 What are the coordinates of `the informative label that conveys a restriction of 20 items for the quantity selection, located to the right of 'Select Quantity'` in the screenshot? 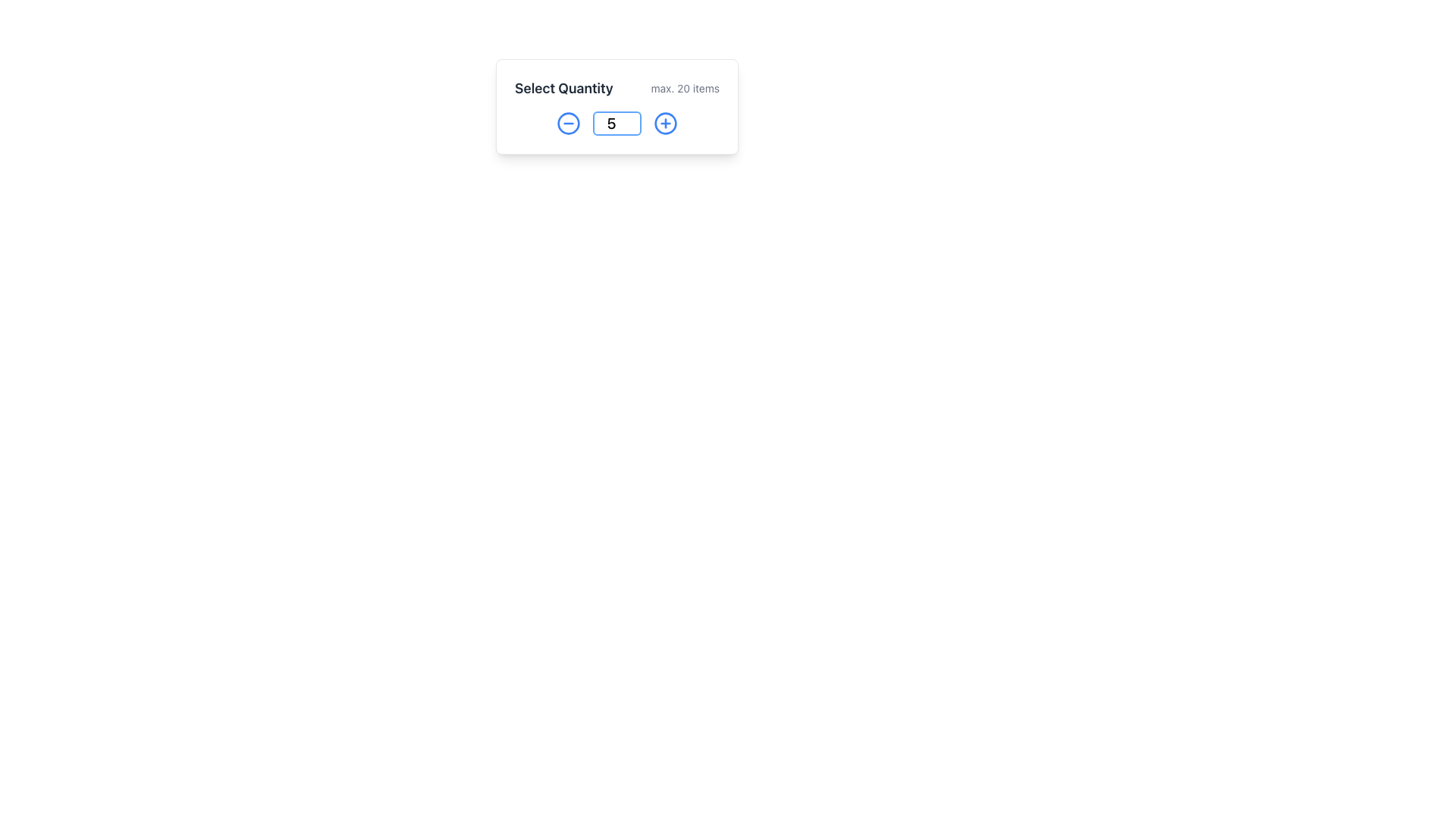 It's located at (684, 88).